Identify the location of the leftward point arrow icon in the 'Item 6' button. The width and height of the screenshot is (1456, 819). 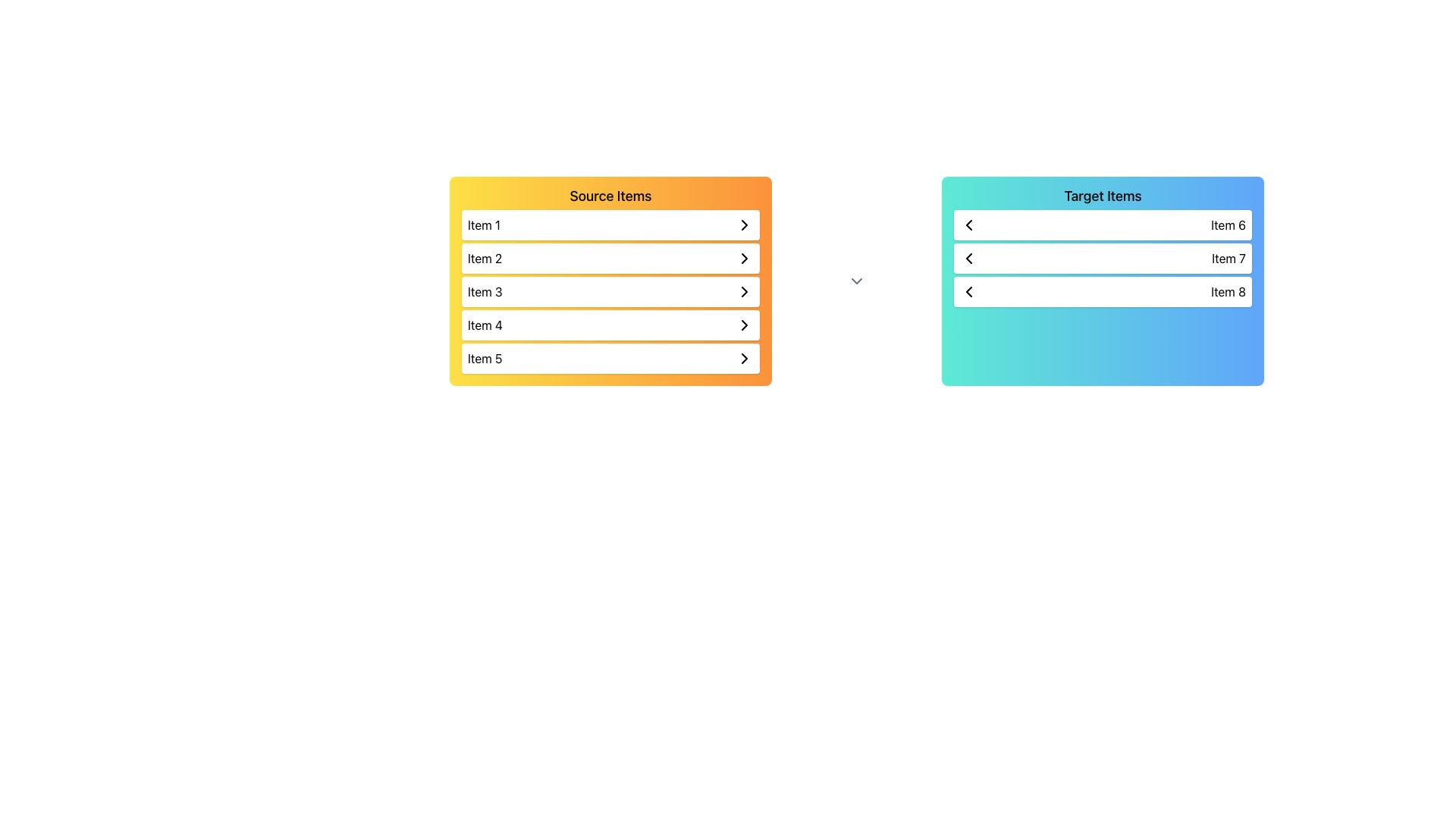
(968, 225).